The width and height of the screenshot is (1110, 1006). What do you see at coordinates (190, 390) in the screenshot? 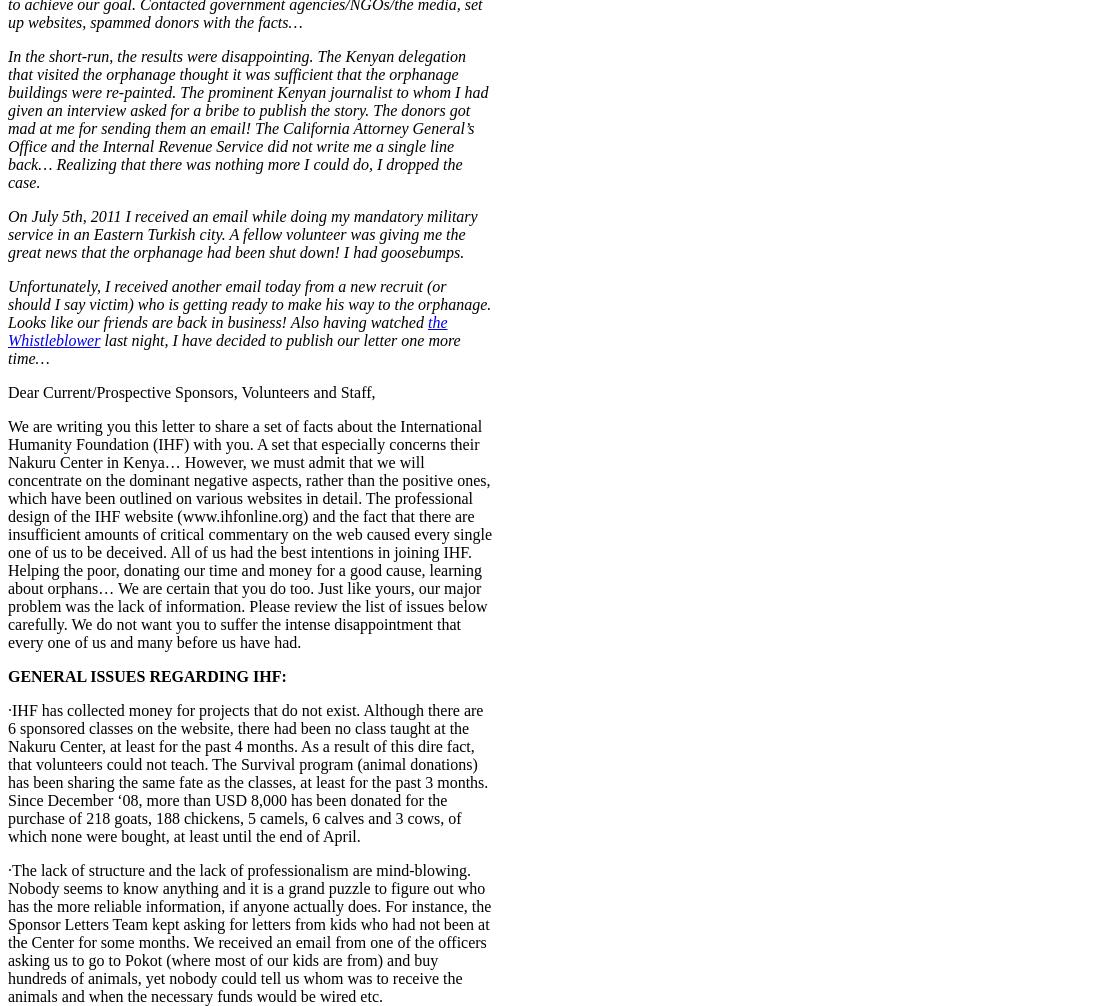
I see `'Dear Current/Prospective Sponsors, Volunteers and Staff,'` at bounding box center [190, 390].